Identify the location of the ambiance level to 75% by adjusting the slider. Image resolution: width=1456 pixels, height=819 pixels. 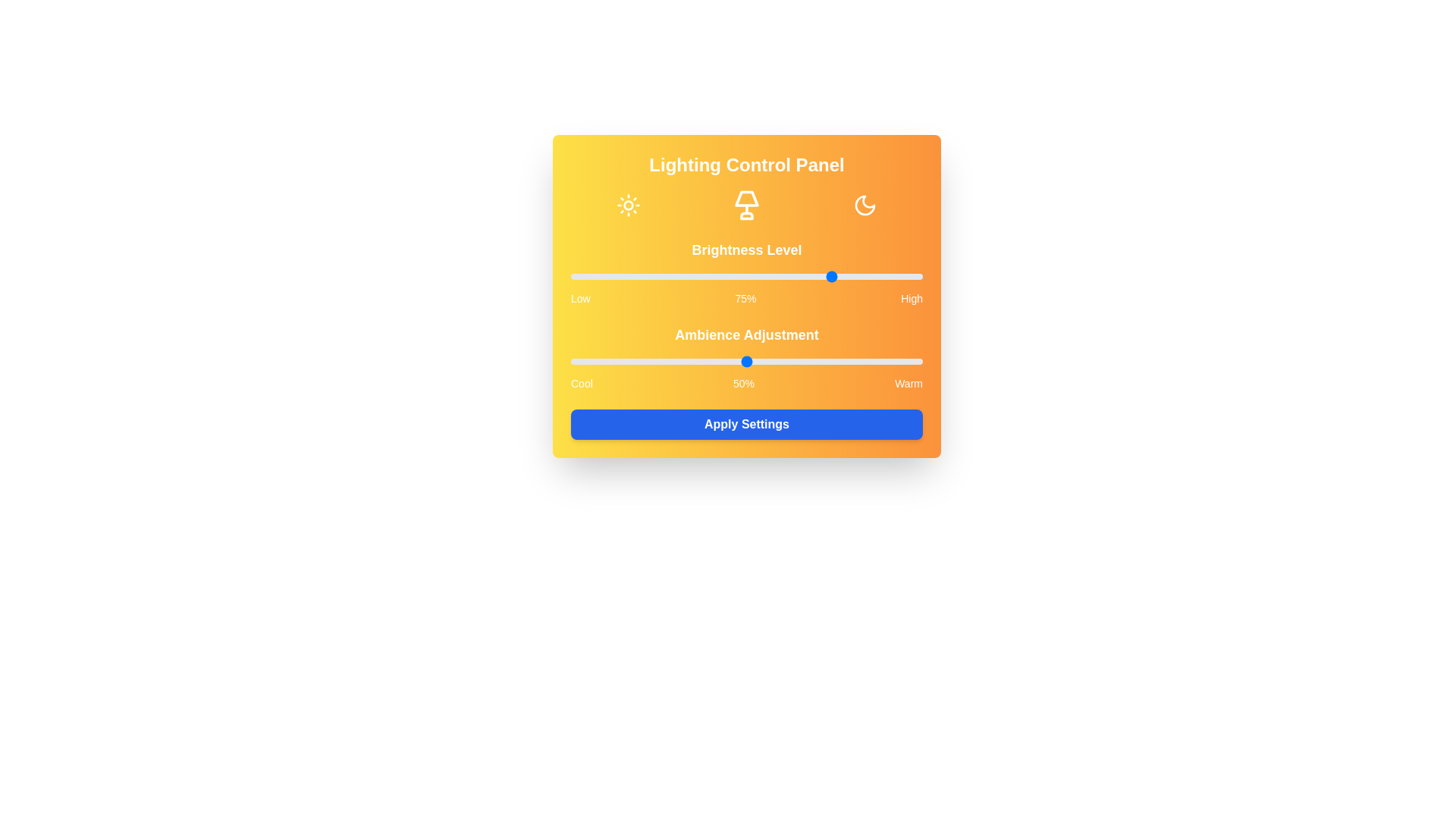
(833, 362).